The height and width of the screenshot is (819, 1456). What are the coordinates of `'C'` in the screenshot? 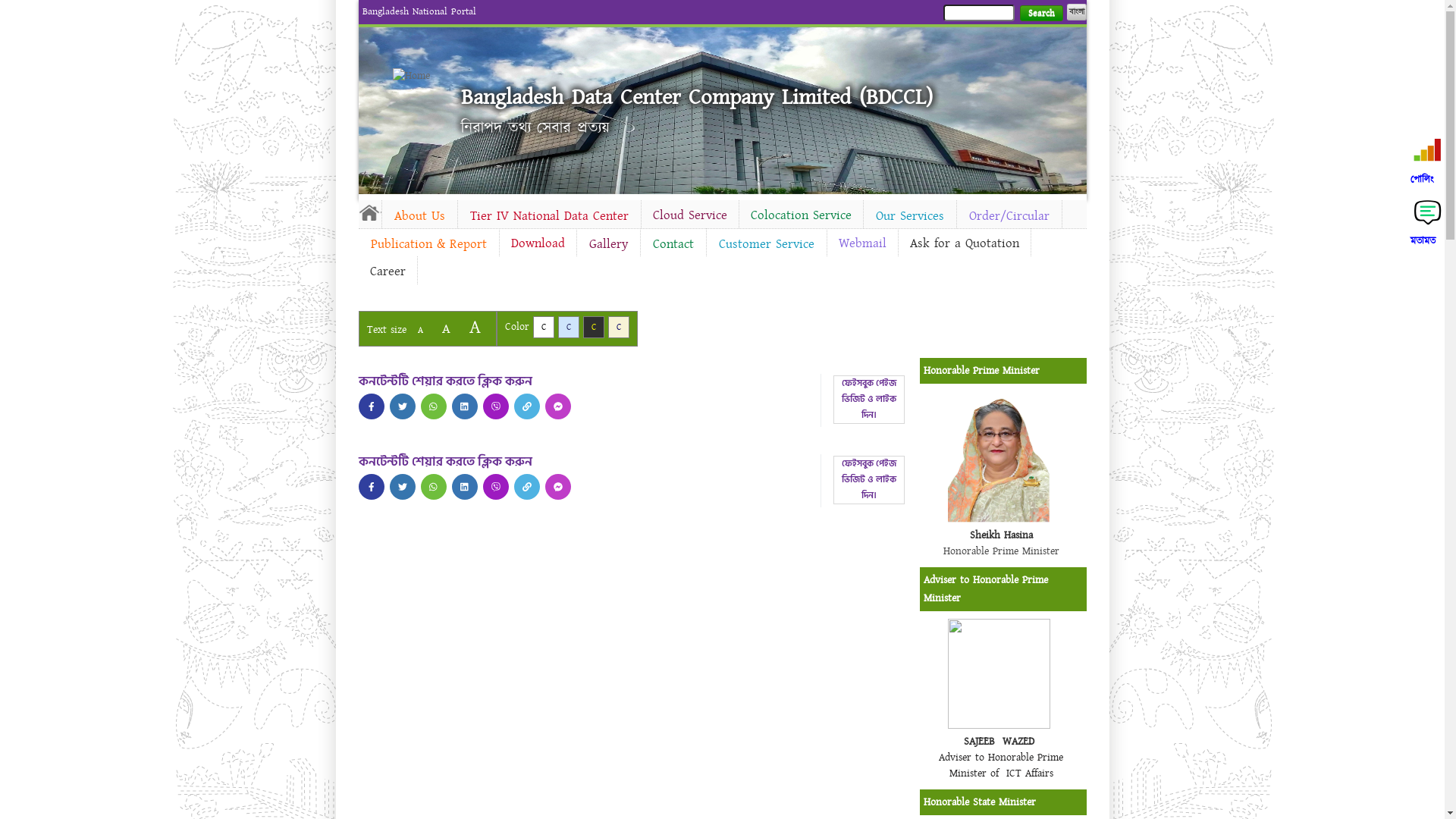 It's located at (619, 326).